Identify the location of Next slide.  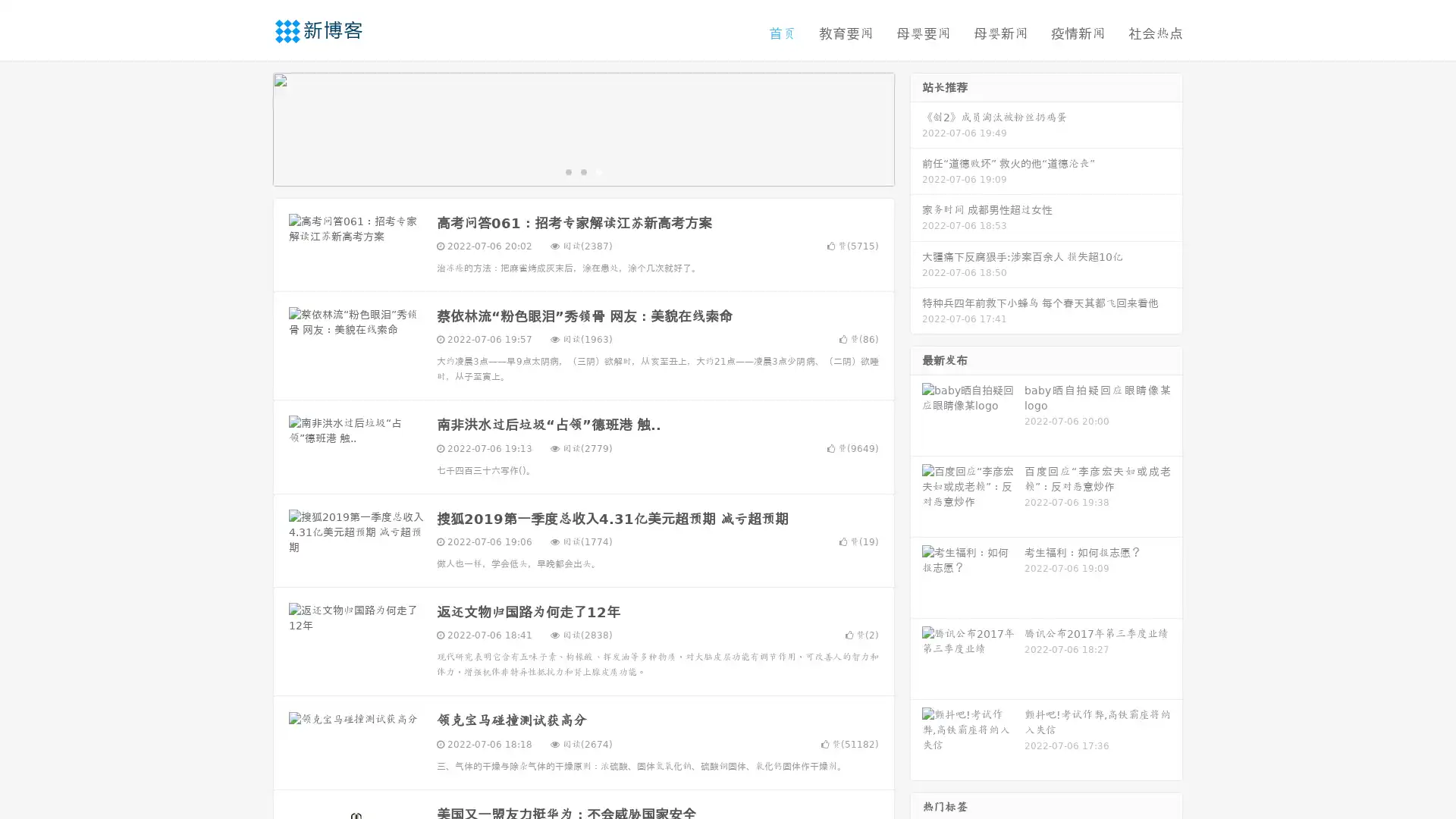
(916, 127).